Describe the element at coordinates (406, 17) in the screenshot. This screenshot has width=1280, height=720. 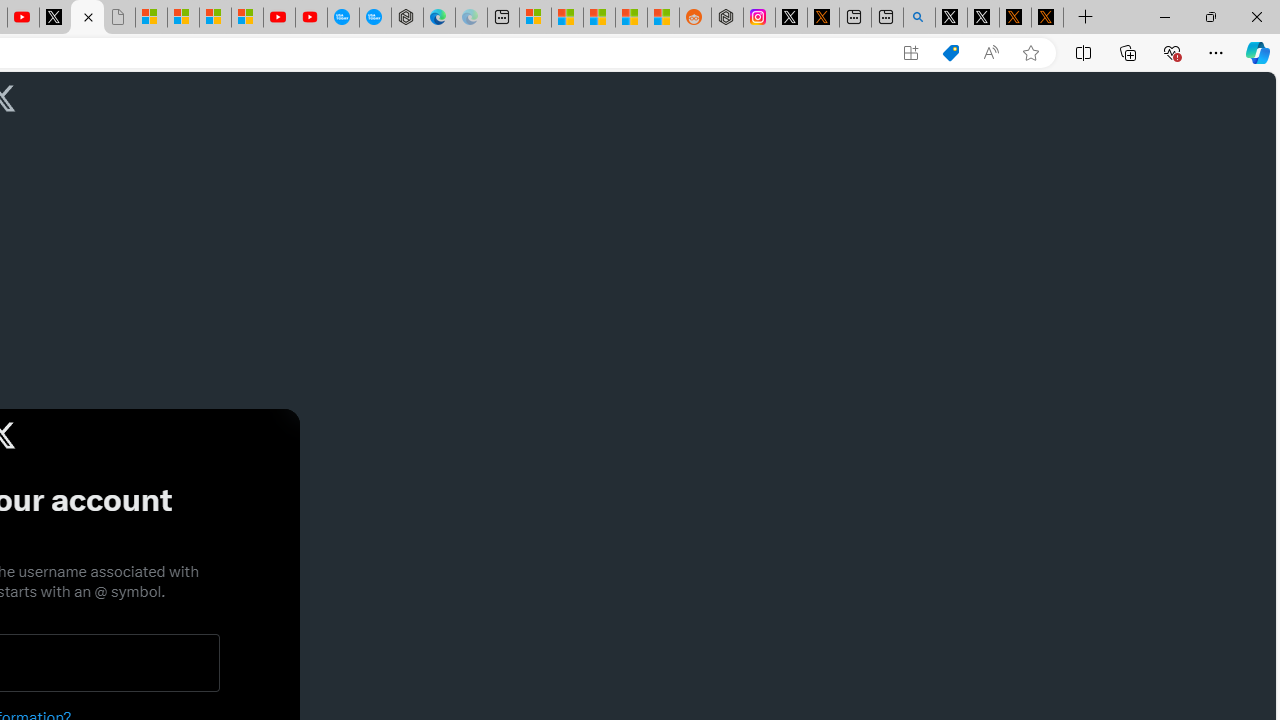
I see `'Nordace - Nordace has arrived Hong Kong'` at that location.